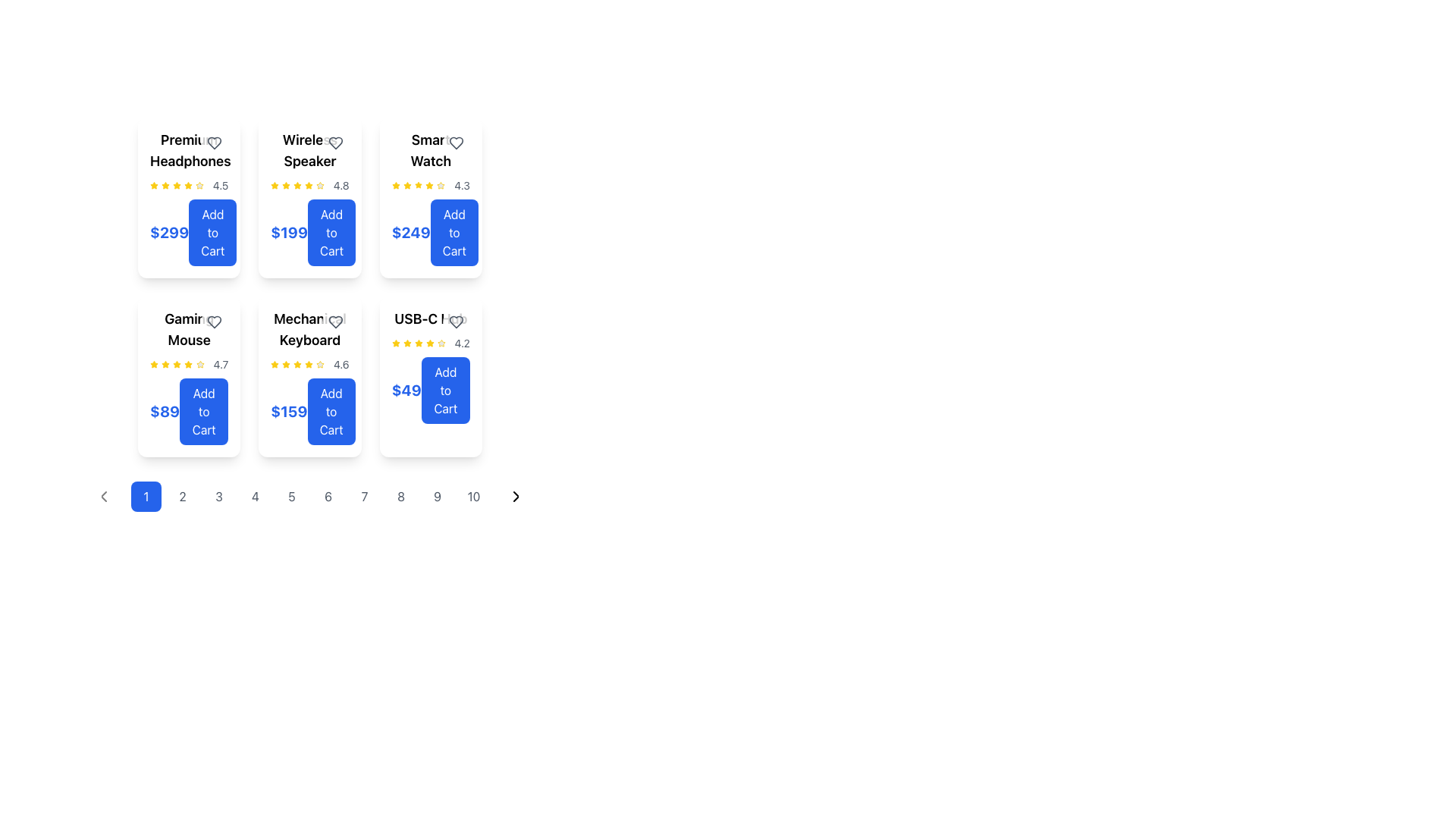 The width and height of the screenshot is (1456, 819). Describe the element at coordinates (455, 321) in the screenshot. I see `the heart-shaped icon located in the top-right corner of the 'USB-C Hub' product card` at that location.